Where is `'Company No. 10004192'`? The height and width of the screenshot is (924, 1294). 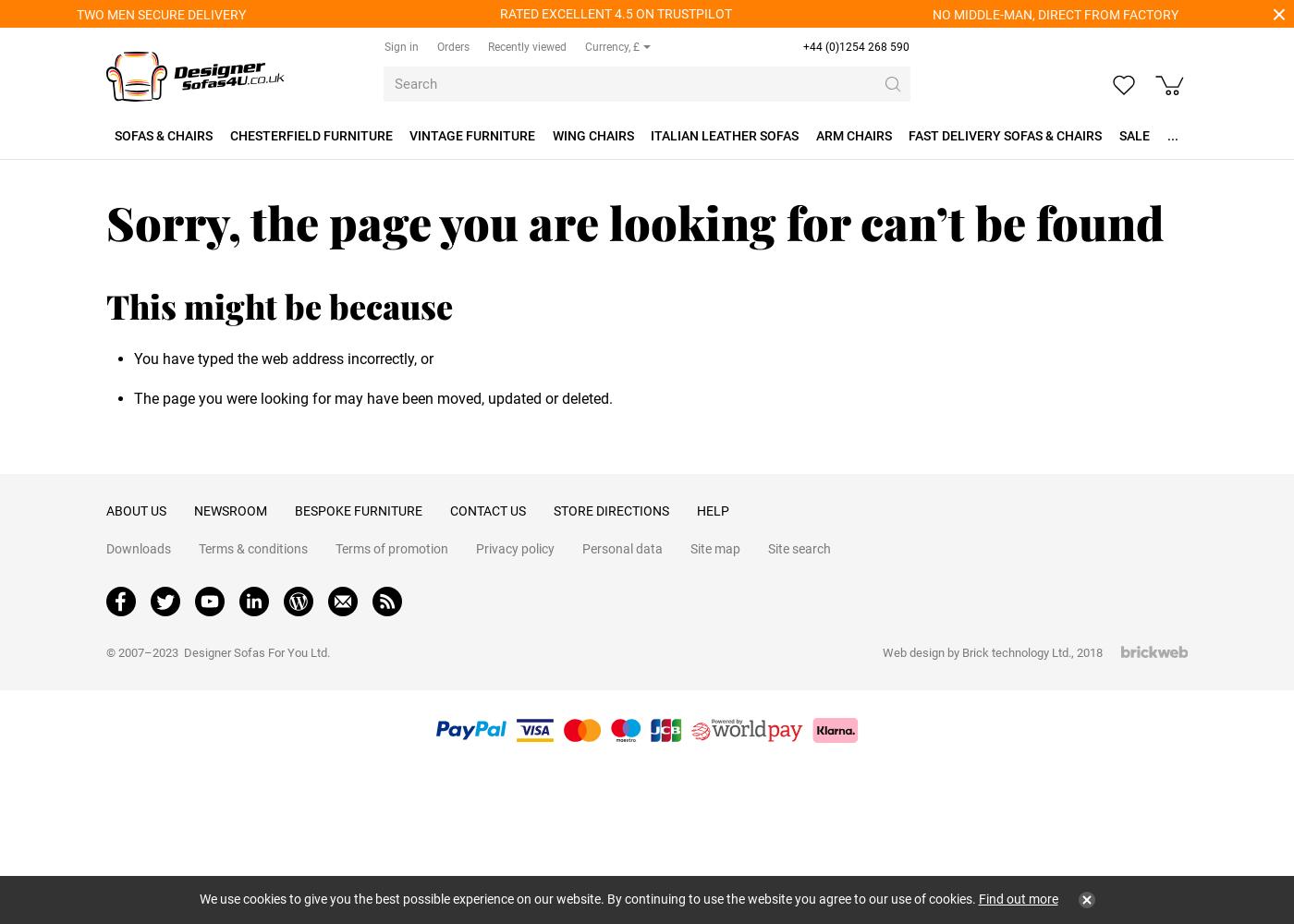
'Company No. 10004192' is located at coordinates (160, 617).